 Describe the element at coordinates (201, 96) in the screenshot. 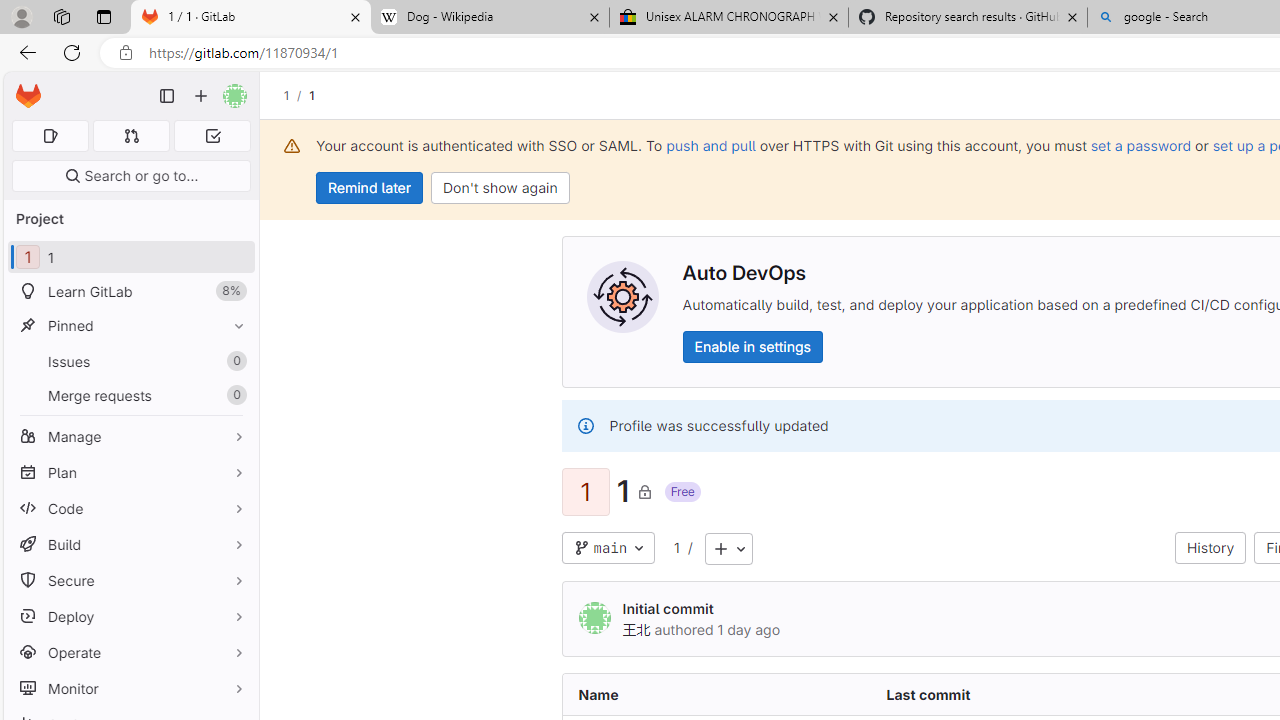

I see `'Create new...'` at that location.